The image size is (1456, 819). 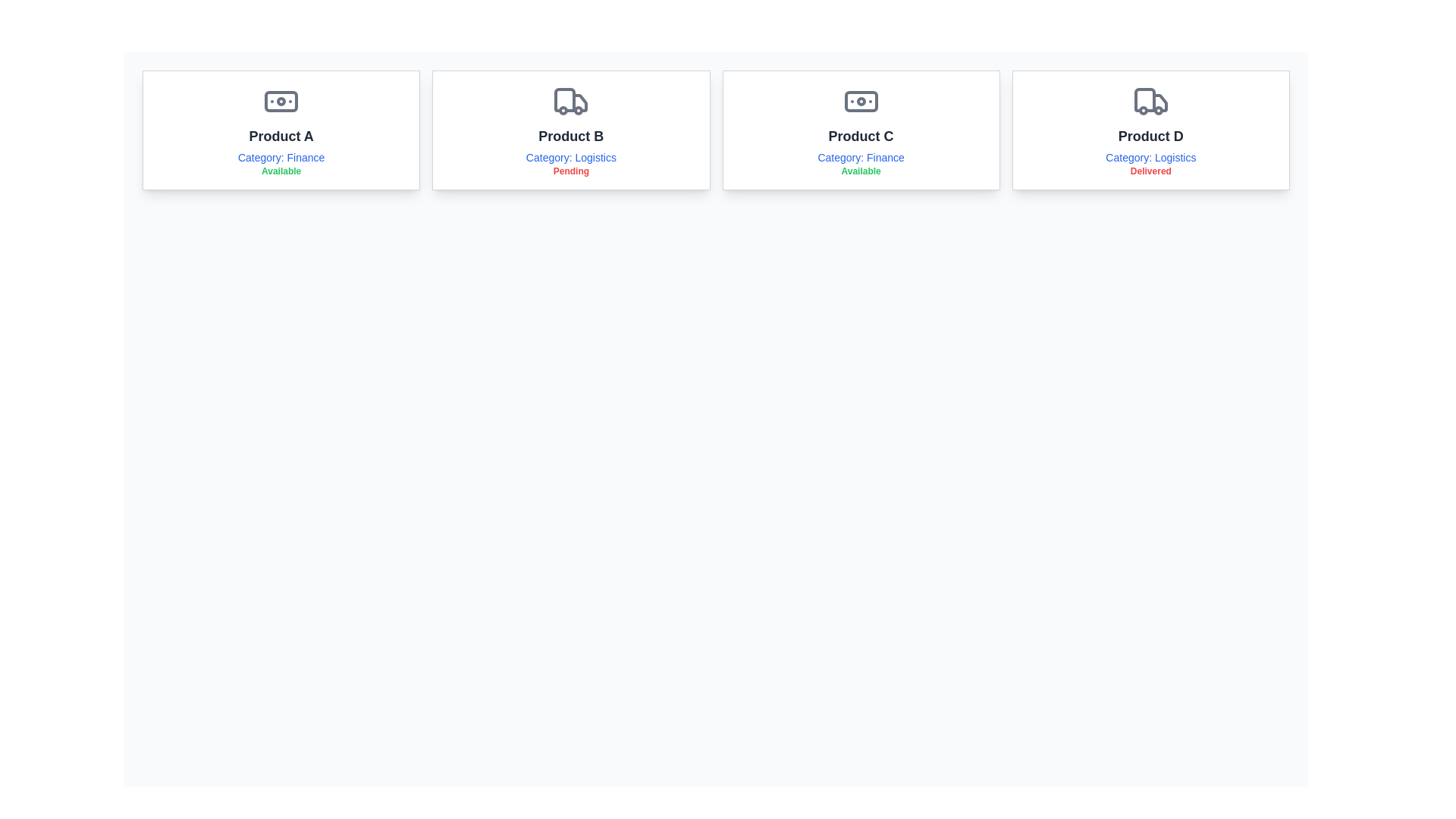 What do you see at coordinates (281, 130) in the screenshot?
I see `the 'Product A' card component located at the leftmost position in the grid layout` at bounding box center [281, 130].